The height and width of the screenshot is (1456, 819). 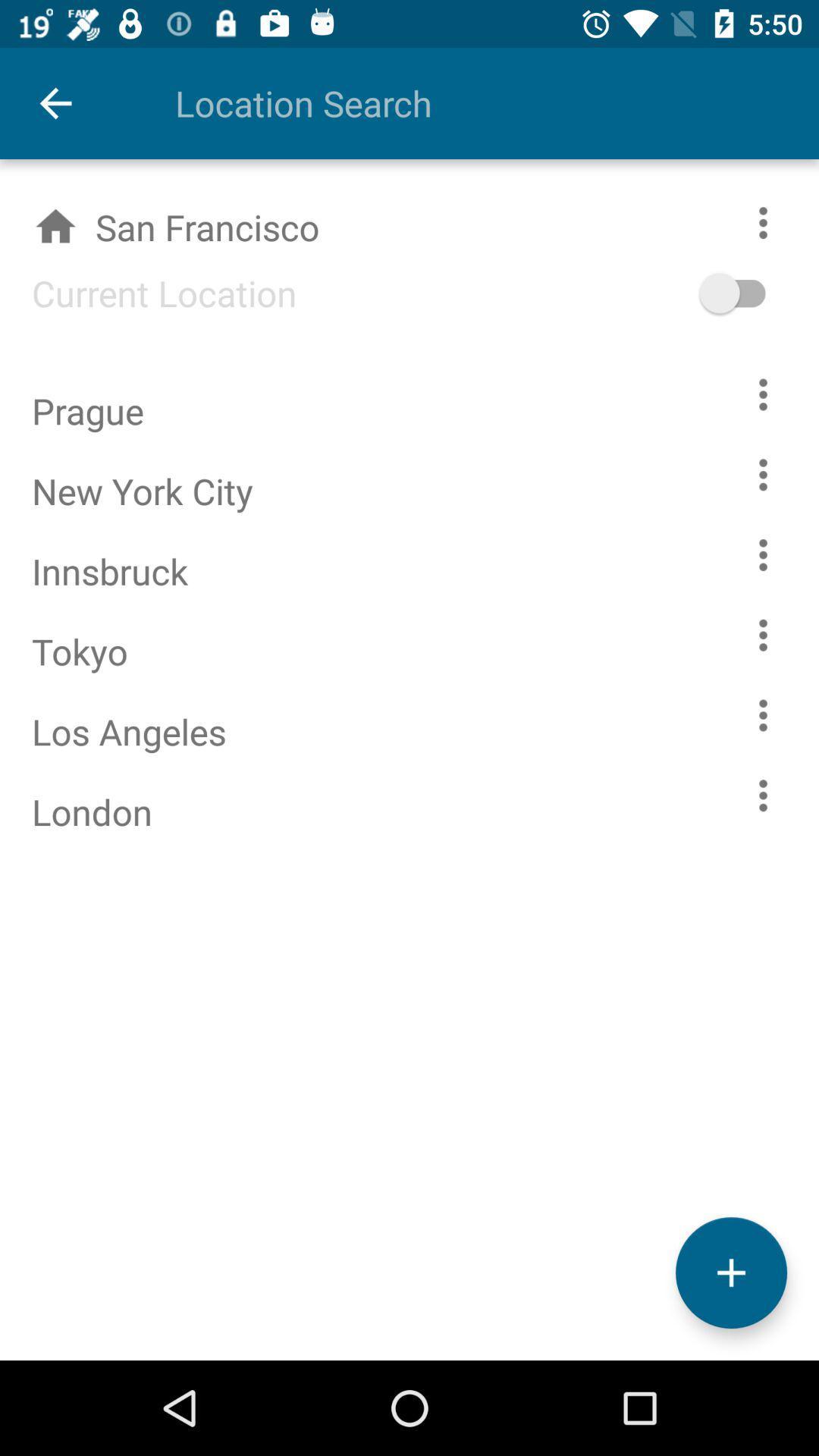 I want to click on icon to the right of san francisco icon, so click(x=755, y=293).